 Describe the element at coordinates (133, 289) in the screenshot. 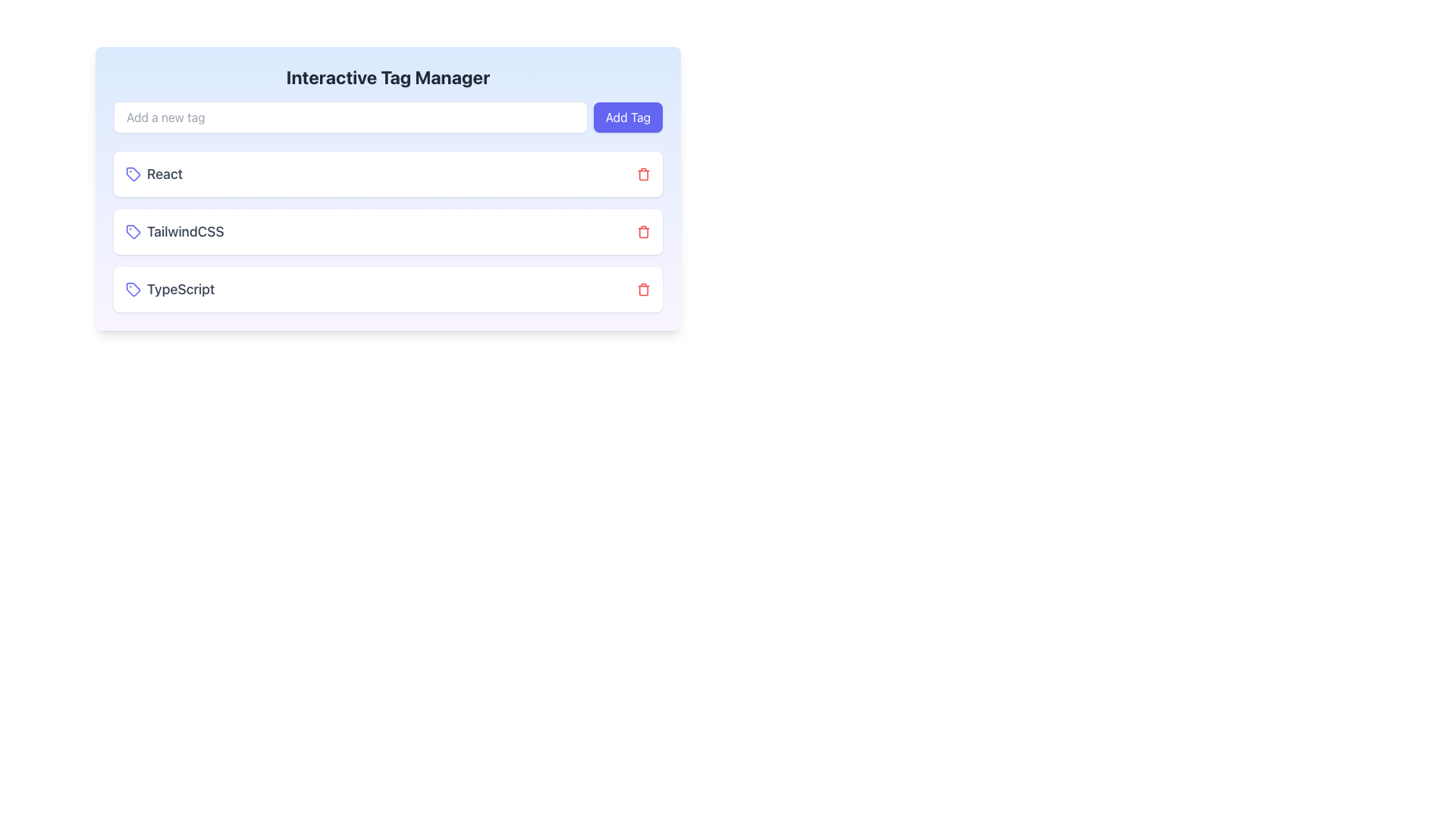

I see `the SVG tag icon element styled with an indigo stroke, located to the left of the 'TypeScript' text` at that location.